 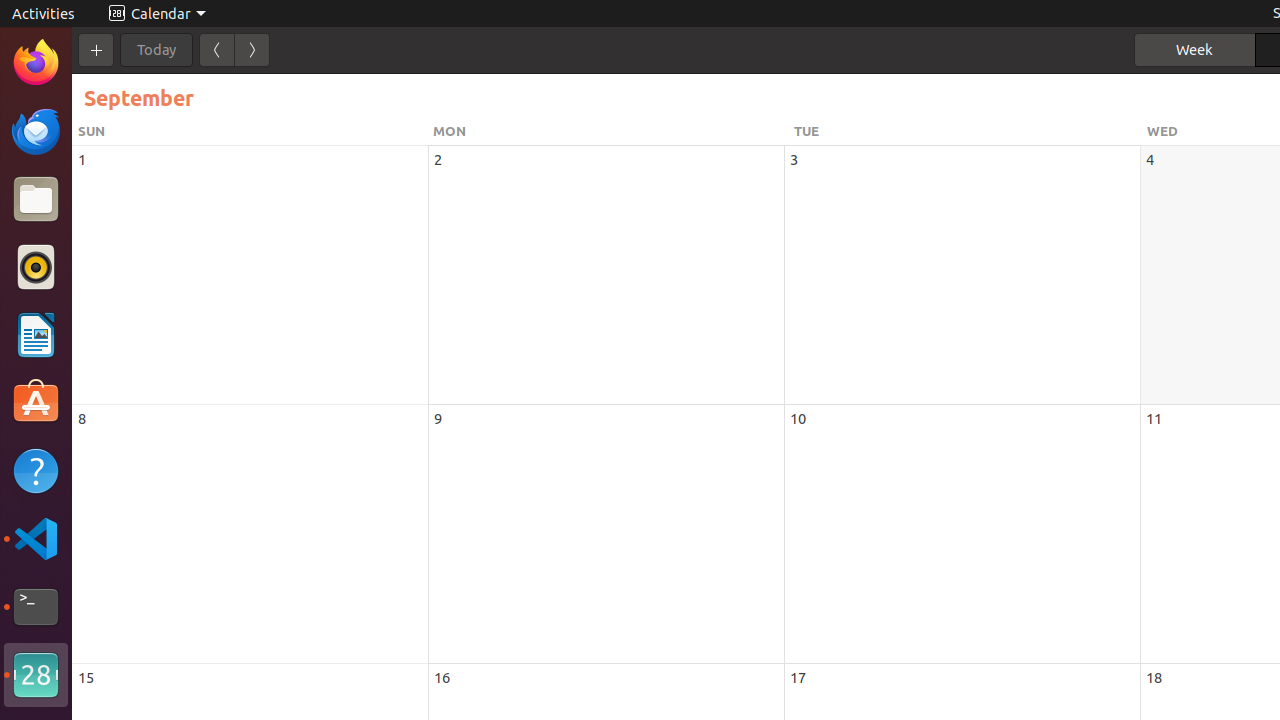 What do you see at coordinates (156, 13) in the screenshot?
I see `'Calendar'` at bounding box center [156, 13].